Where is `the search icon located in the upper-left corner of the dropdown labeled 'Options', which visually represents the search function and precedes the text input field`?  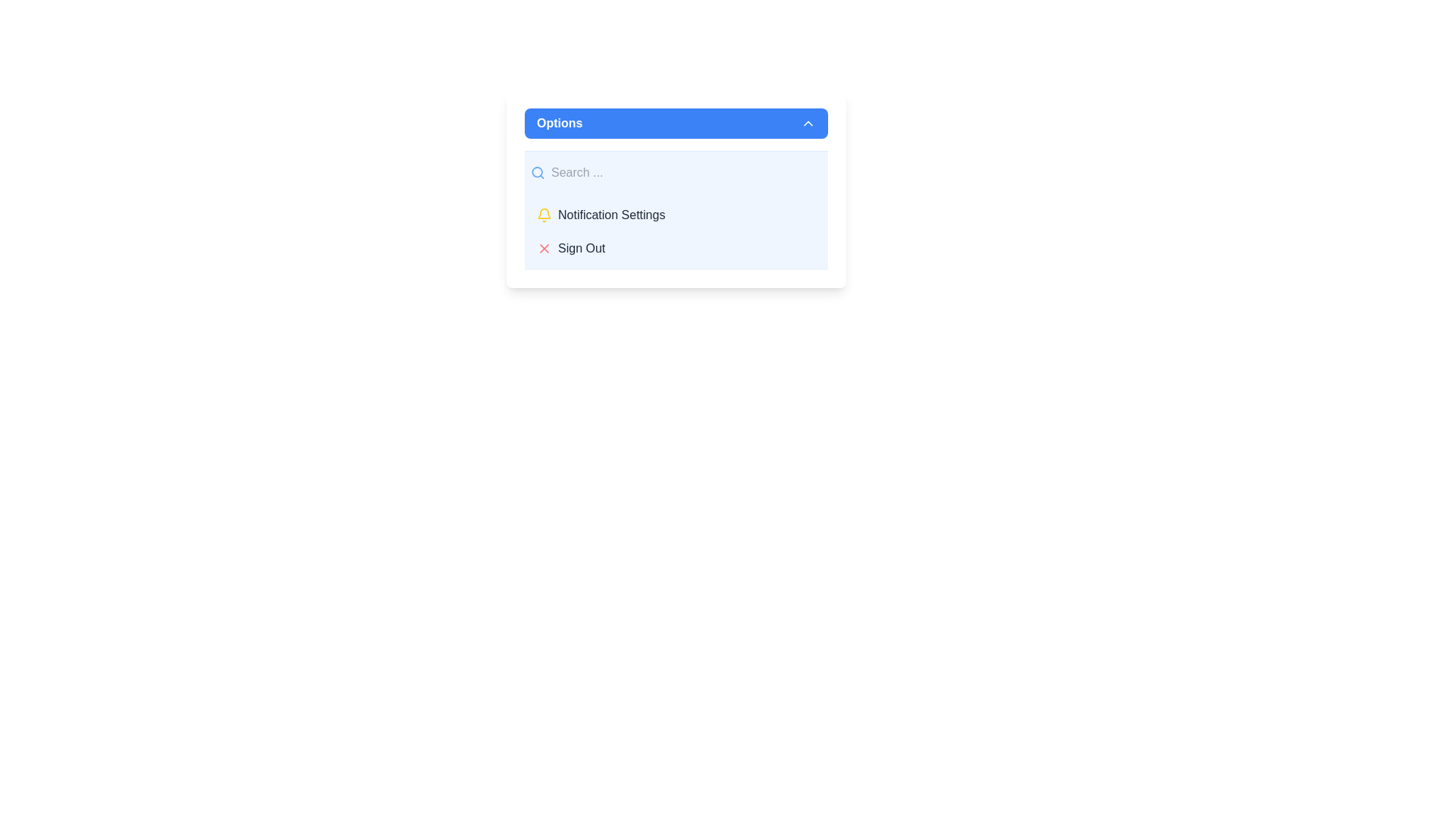
the search icon located in the upper-left corner of the dropdown labeled 'Options', which visually represents the search function and precedes the text input field is located at coordinates (538, 171).